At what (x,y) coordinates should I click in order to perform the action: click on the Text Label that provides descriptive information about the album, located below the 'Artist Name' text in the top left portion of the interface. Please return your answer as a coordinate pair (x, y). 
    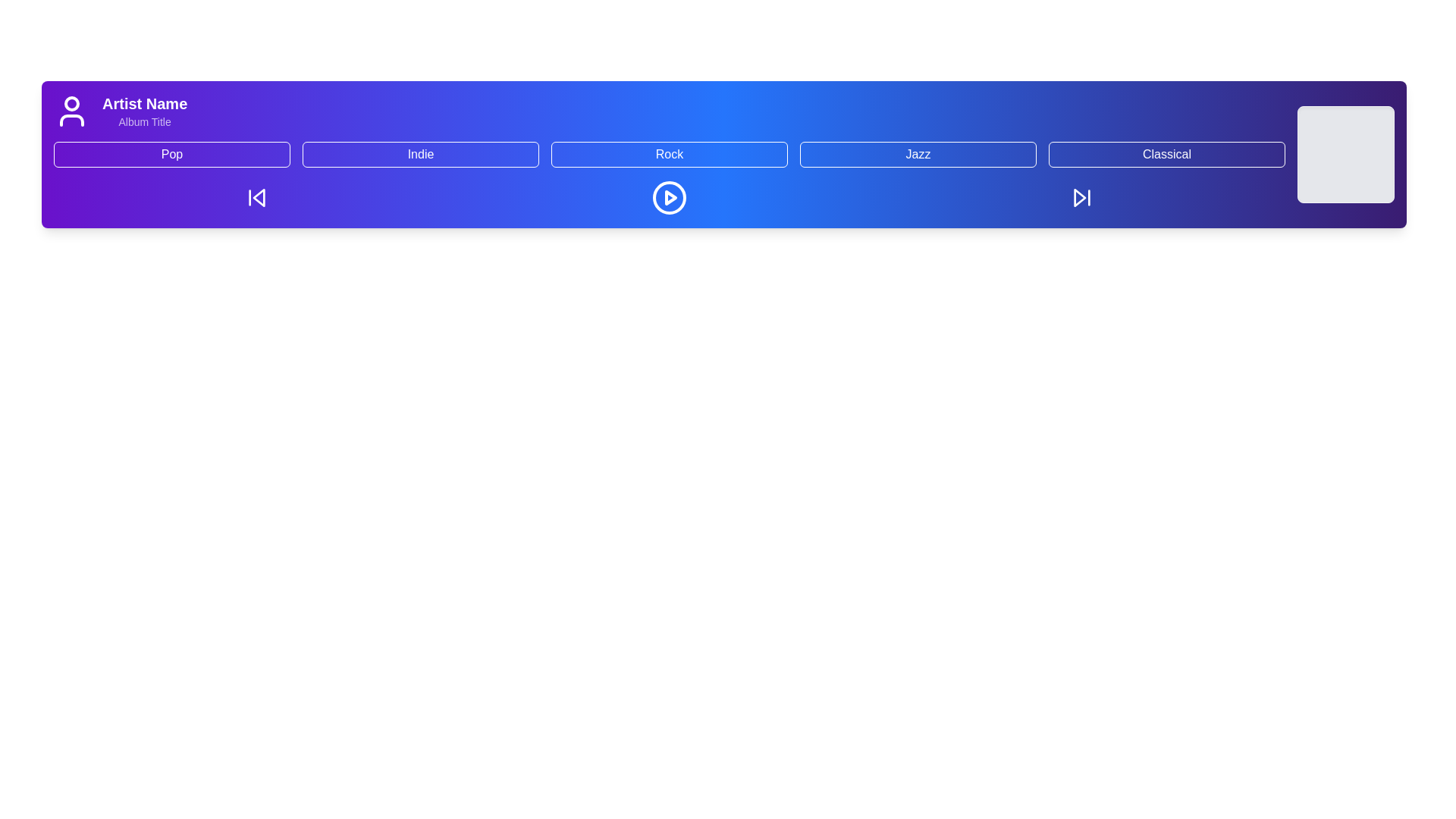
    Looking at the image, I should click on (145, 121).